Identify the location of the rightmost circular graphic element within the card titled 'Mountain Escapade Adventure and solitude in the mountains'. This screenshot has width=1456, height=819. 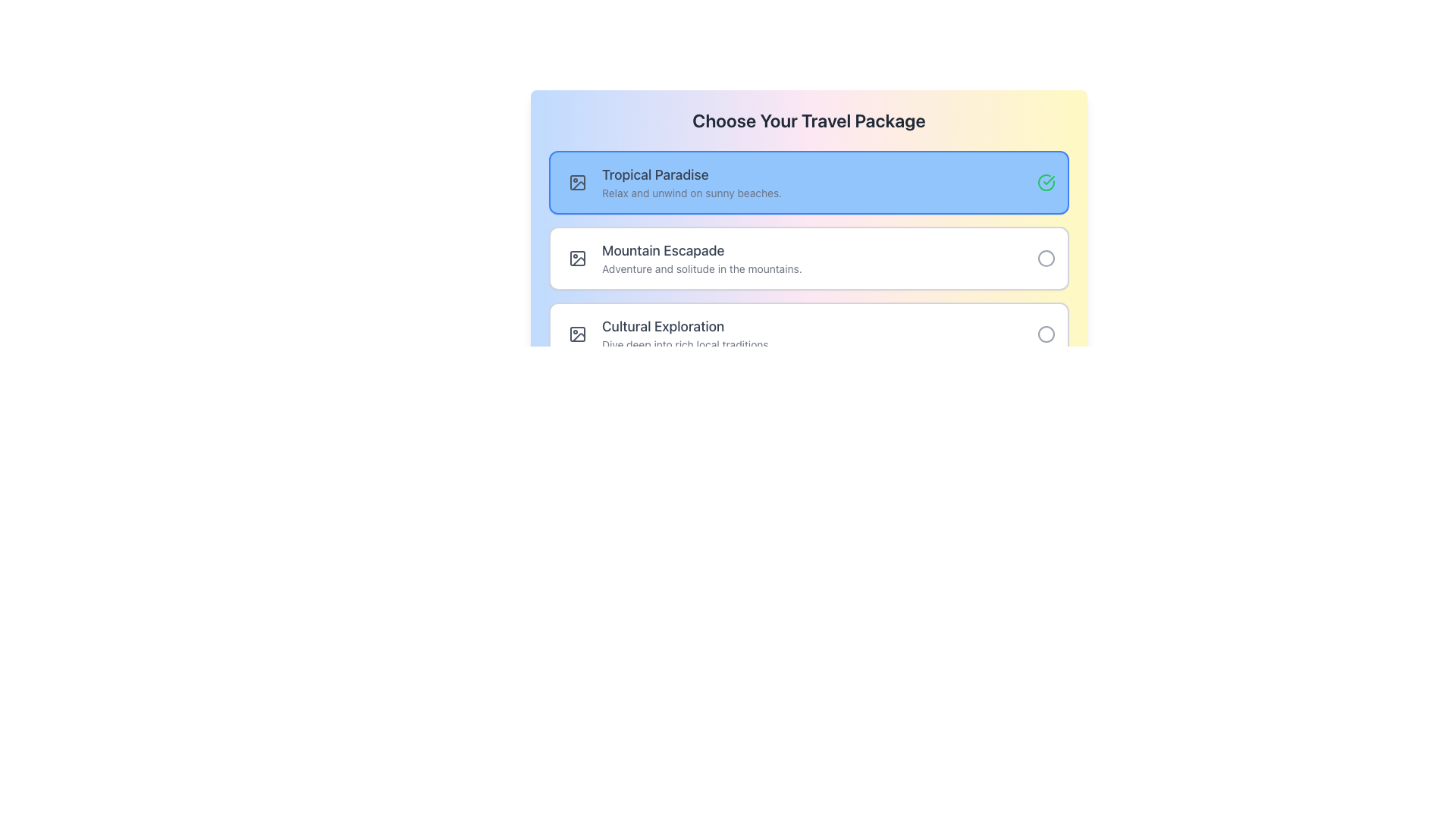
(1046, 257).